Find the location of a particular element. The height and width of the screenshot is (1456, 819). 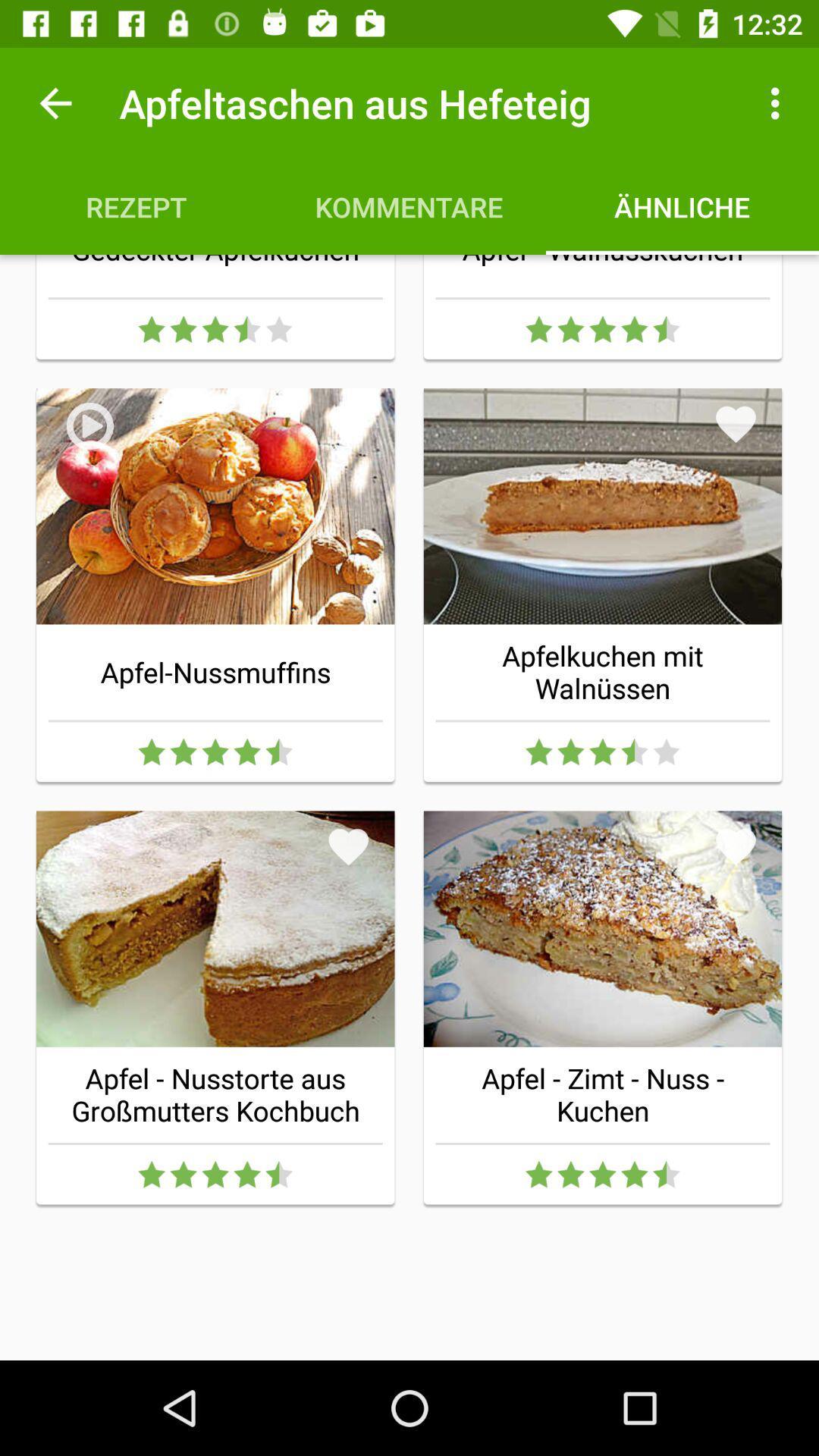

the item above the rezept icon is located at coordinates (55, 102).